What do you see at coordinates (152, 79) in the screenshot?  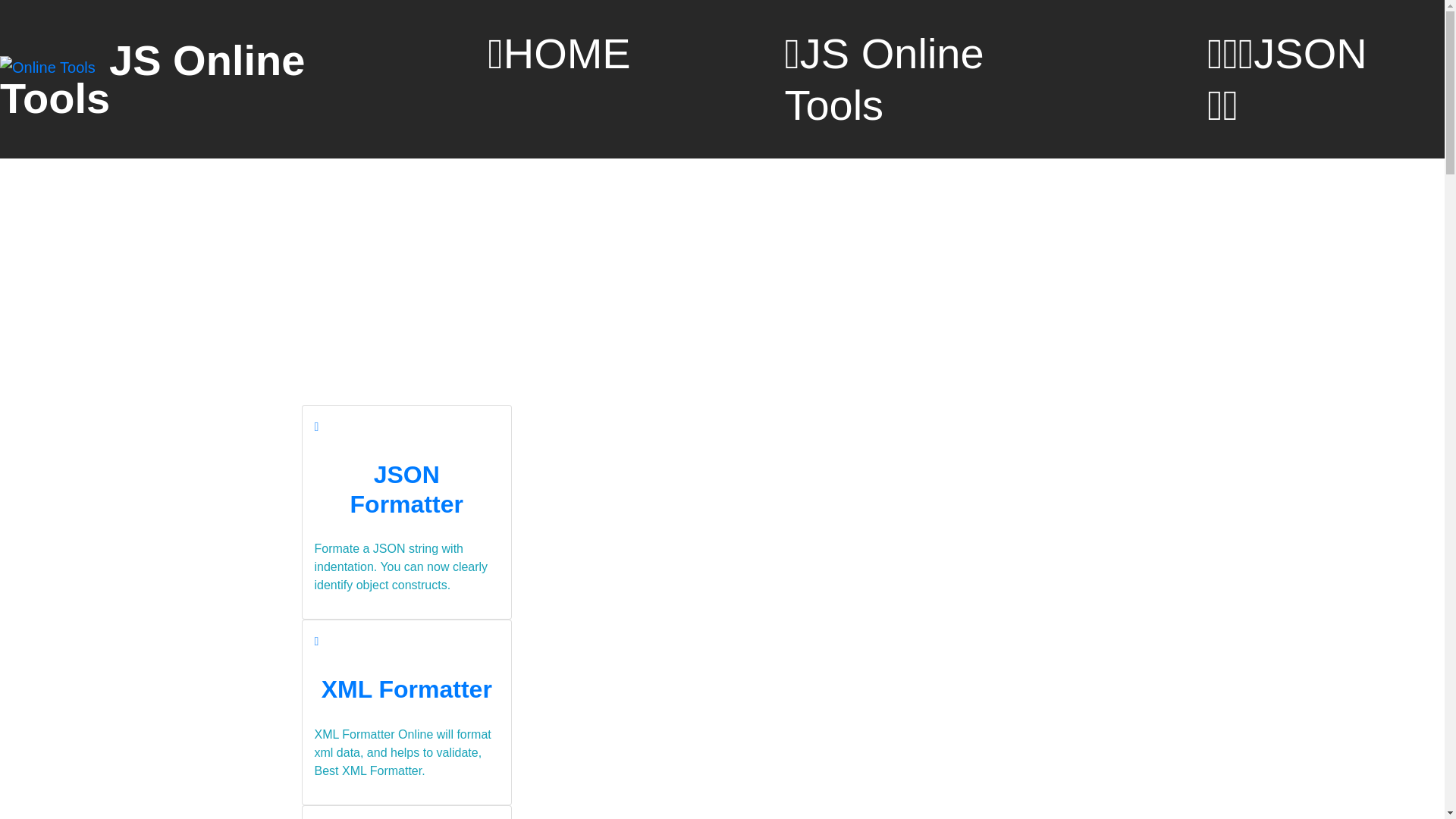 I see `'JS Online Tools'` at bounding box center [152, 79].